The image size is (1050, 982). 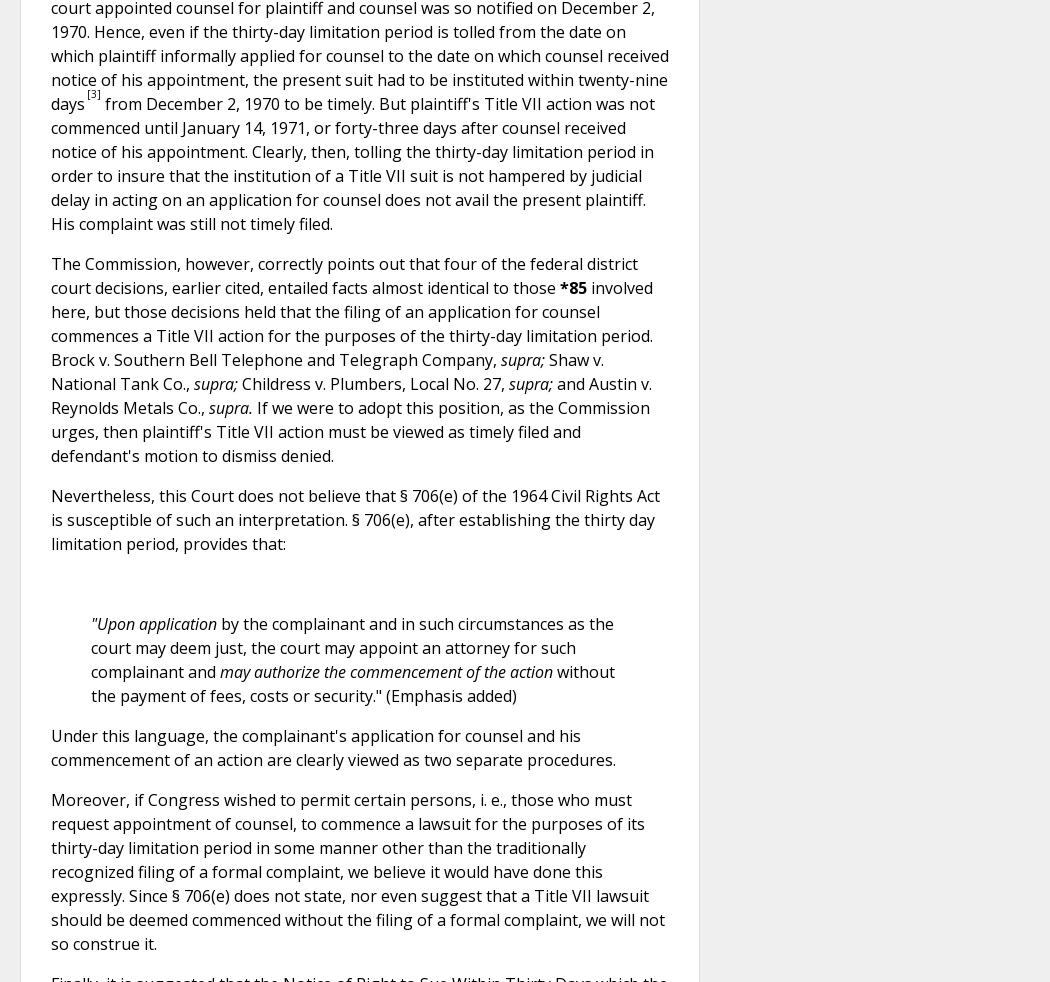 I want to click on 'Nevertheless, this Court does not believe that § 706(e) of the 1964 Civil Rights Act is susceptible of such an interpretation. § 706(e), after establishing the thirty day limitation period, provides that:', so click(x=354, y=517).